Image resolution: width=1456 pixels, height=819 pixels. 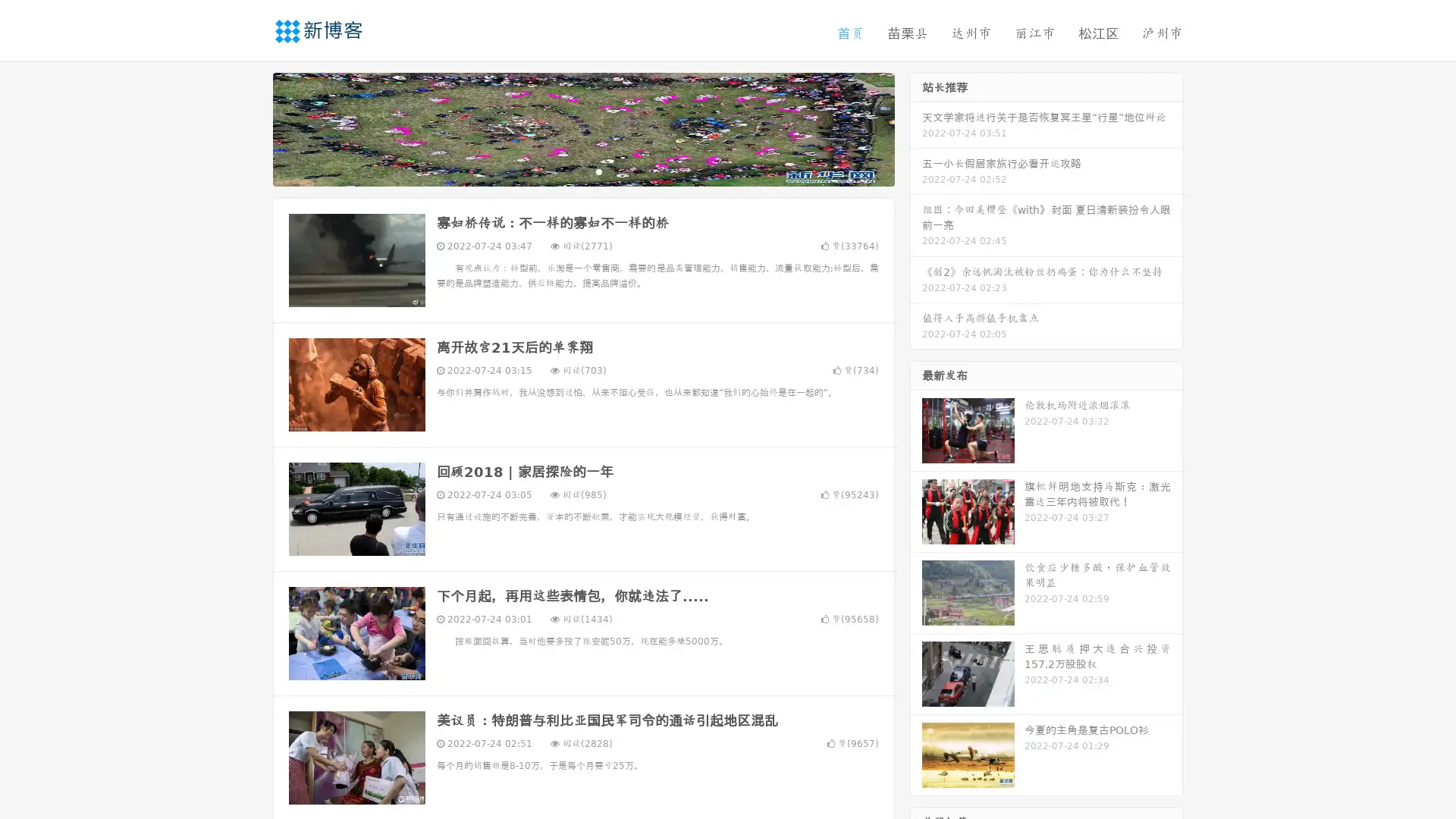 I want to click on Next slide, so click(x=916, y=127).